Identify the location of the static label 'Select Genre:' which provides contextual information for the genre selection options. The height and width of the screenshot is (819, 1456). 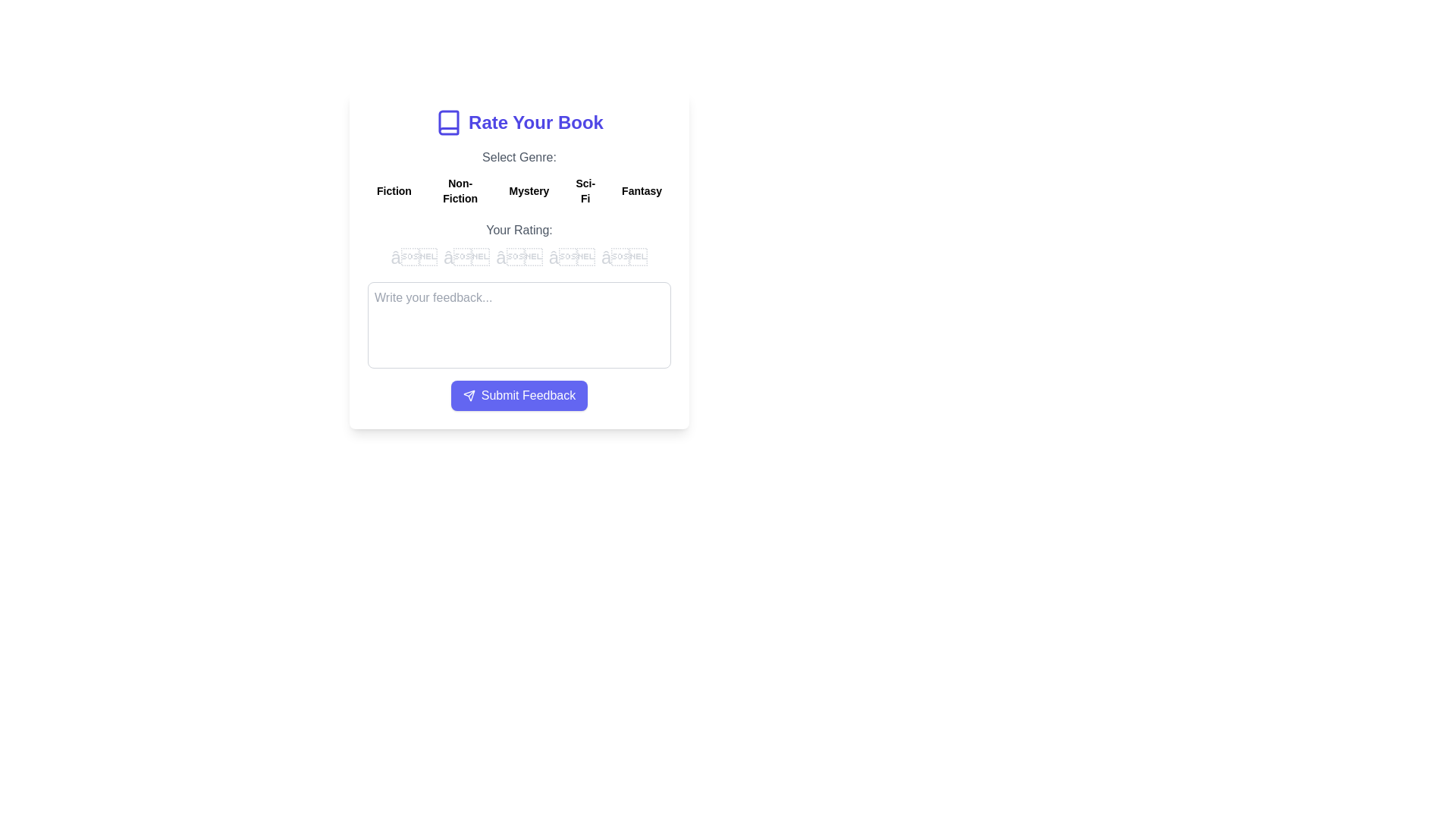
(519, 158).